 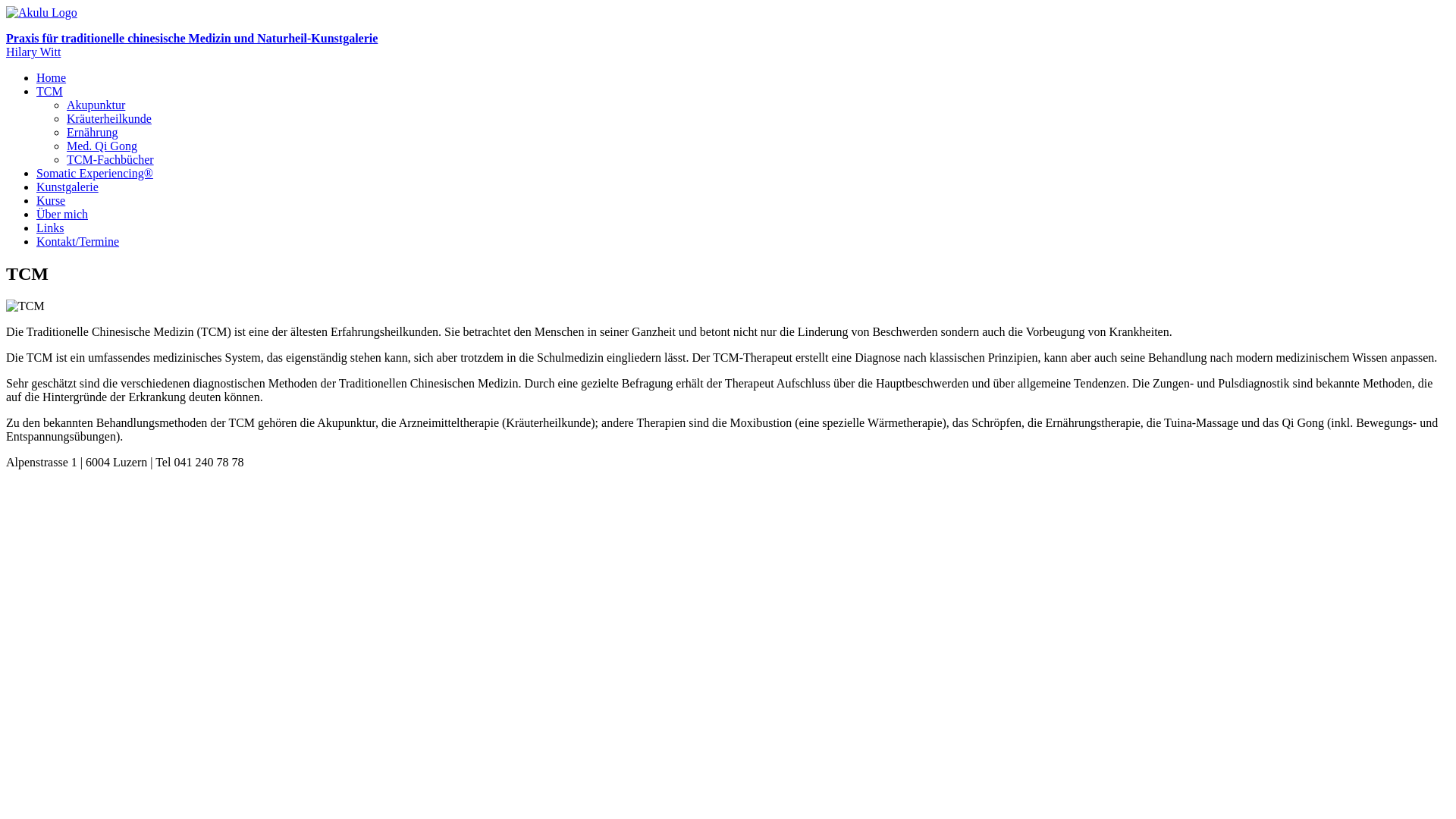 What do you see at coordinates (36, 77) in the screenshot?
I see `'Home'` at bounding box center [36, 77].